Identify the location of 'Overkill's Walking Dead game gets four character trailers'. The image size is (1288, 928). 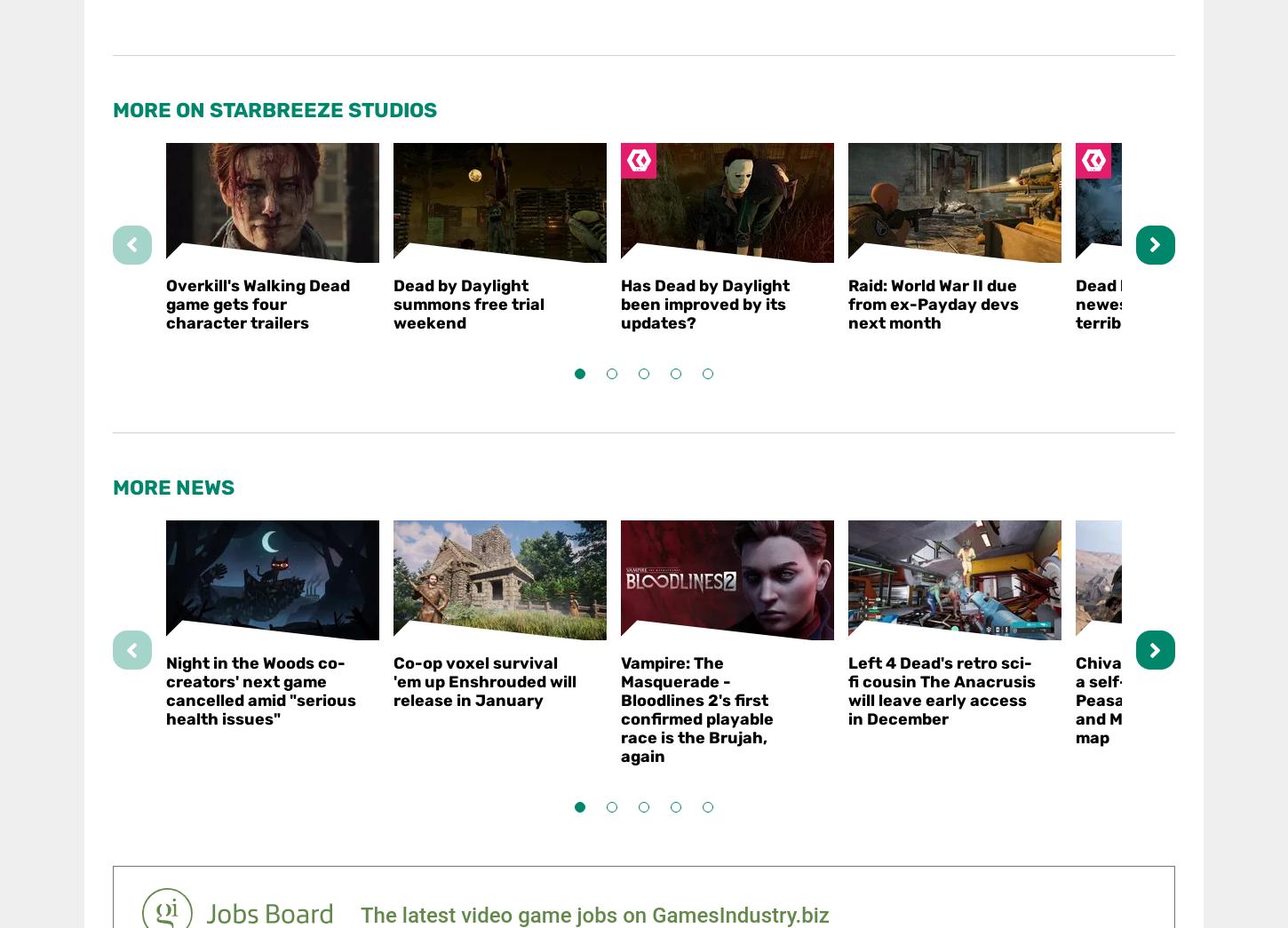
(258, 304).